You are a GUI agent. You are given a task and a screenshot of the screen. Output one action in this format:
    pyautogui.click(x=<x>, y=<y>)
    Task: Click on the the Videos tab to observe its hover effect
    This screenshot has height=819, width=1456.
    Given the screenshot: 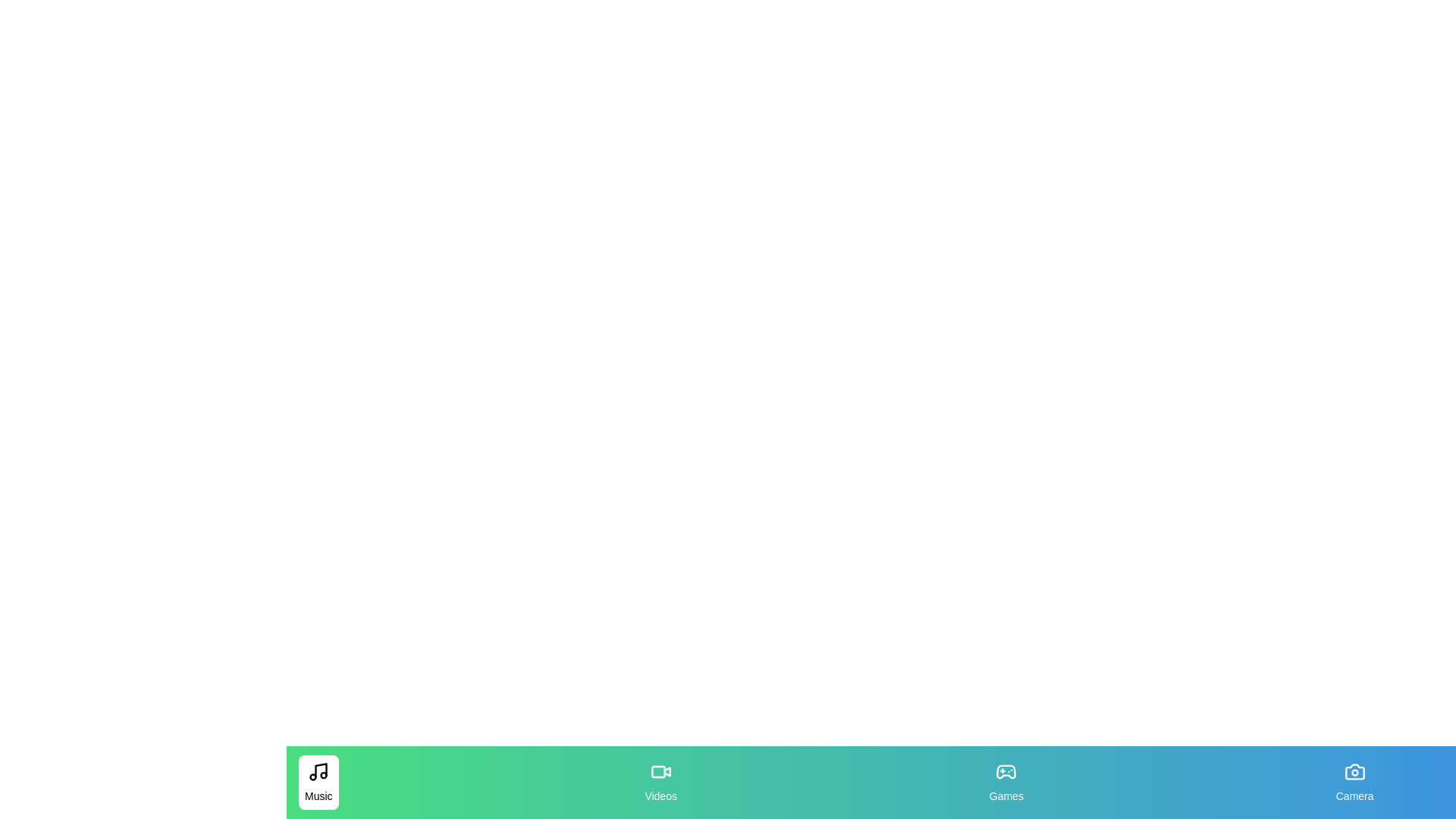 What is the action you would take?
    pyautogui.click(x=660, y=783)
    